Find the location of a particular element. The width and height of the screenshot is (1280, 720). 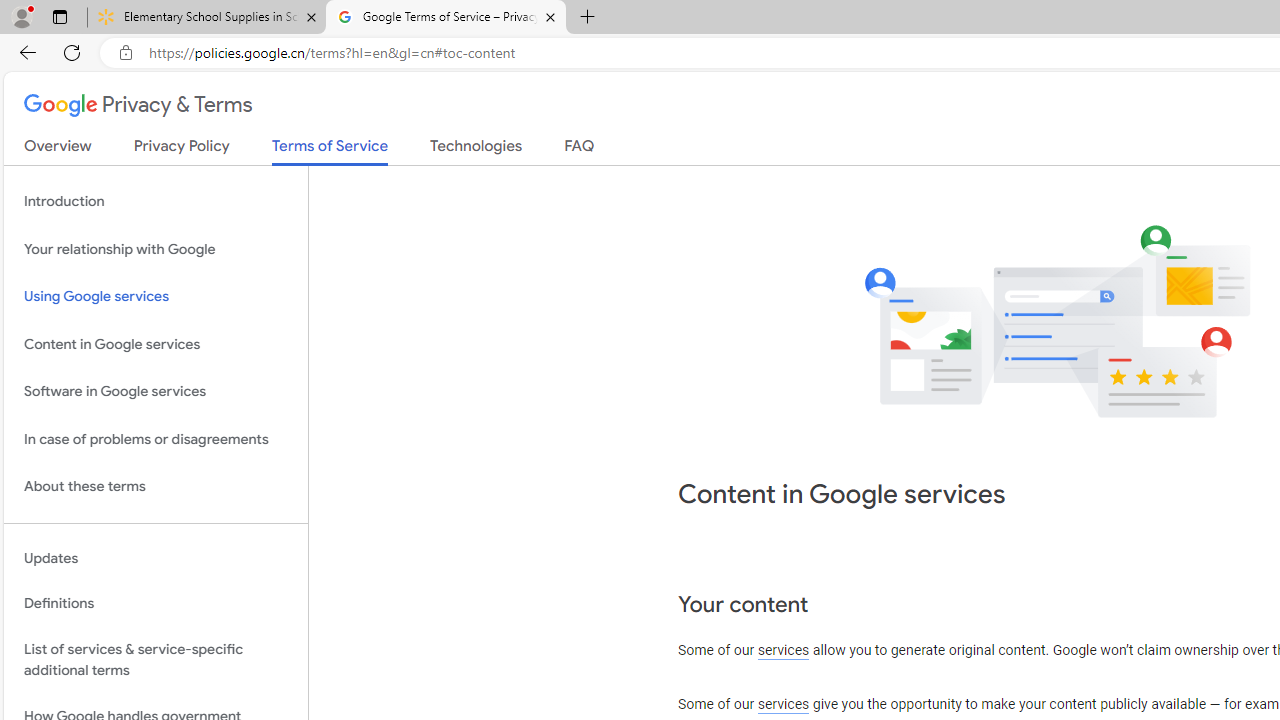

'Refresh' is located at coordinates (72, 51).